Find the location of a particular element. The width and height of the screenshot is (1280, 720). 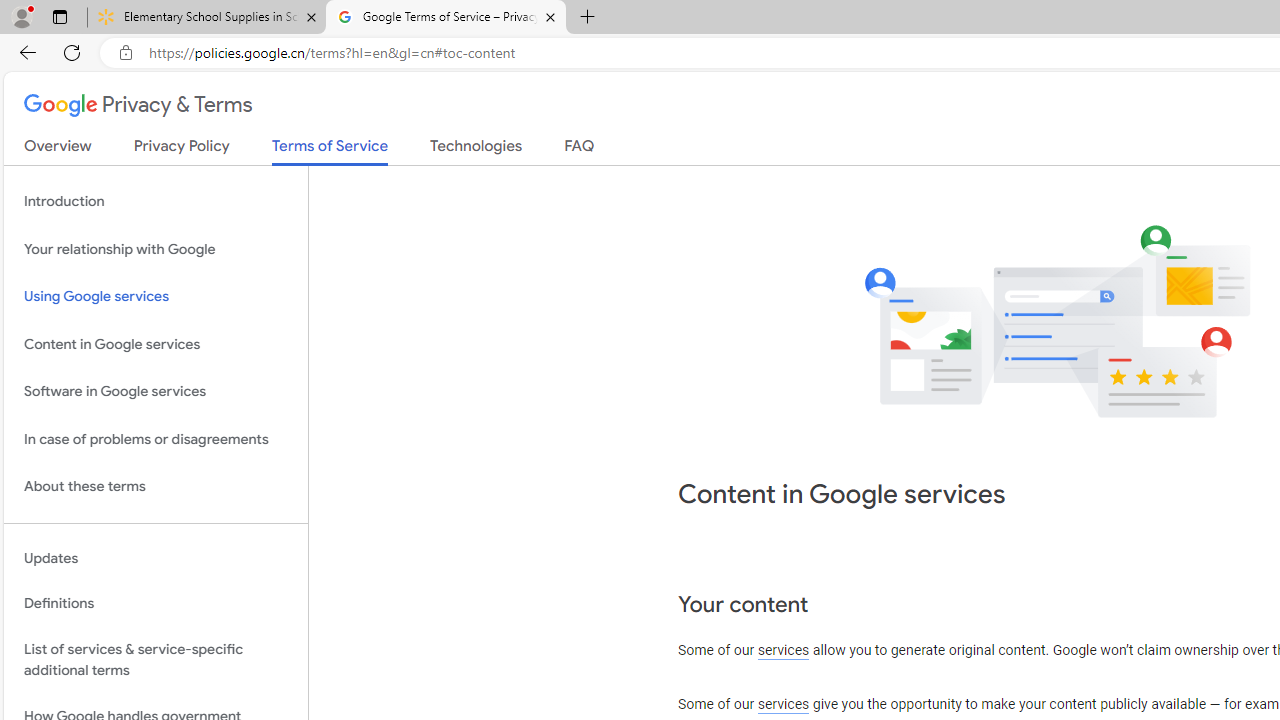

'Refresh' is located at coordinates (72, 51).